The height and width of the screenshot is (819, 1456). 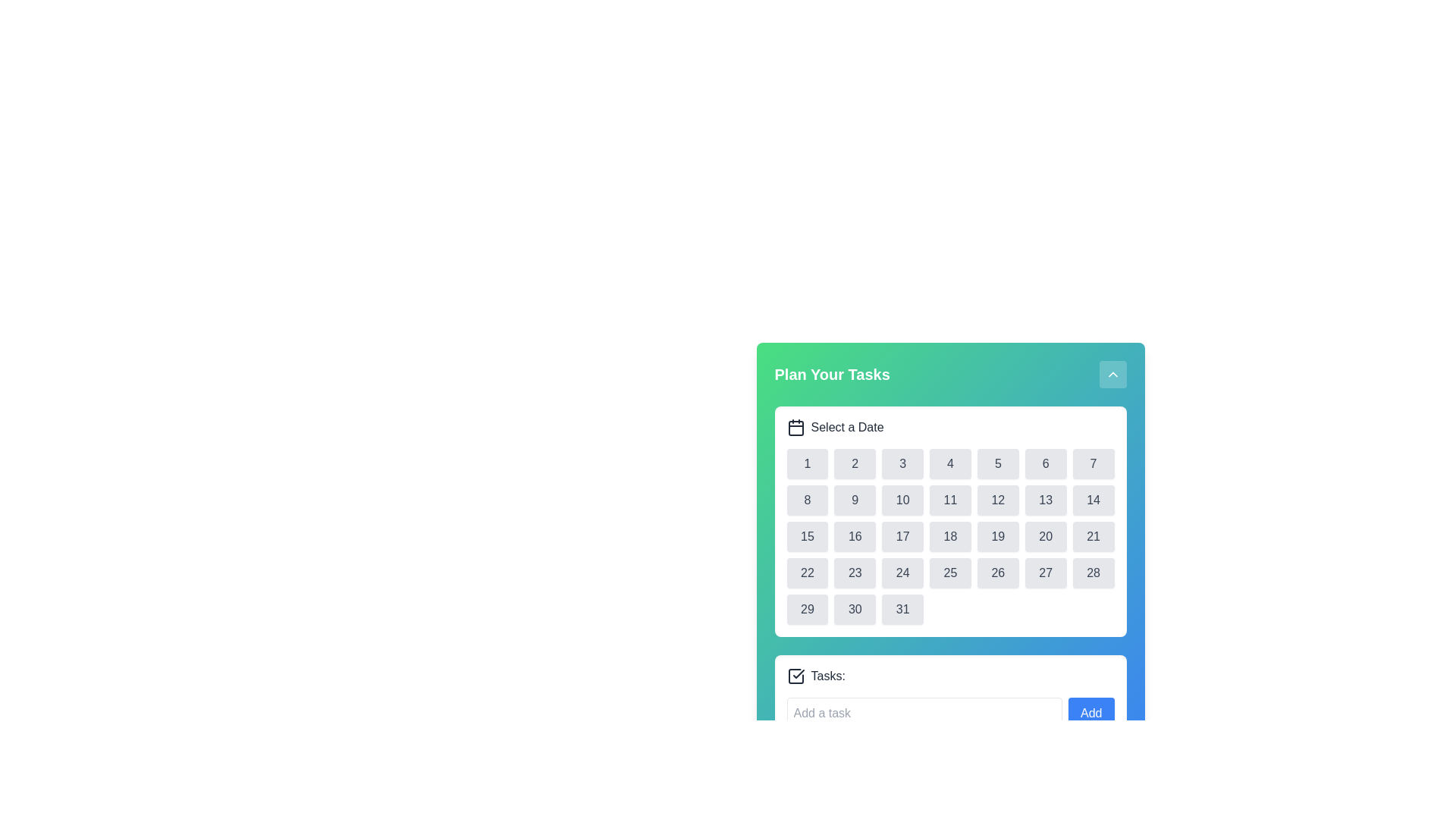 What do you see at coordinates (1045, 536) in the screenshot?
I see `the rounded rectangular button with a light gray background and the text '20' centered in dark gray` at bounding box center [1045, 536].